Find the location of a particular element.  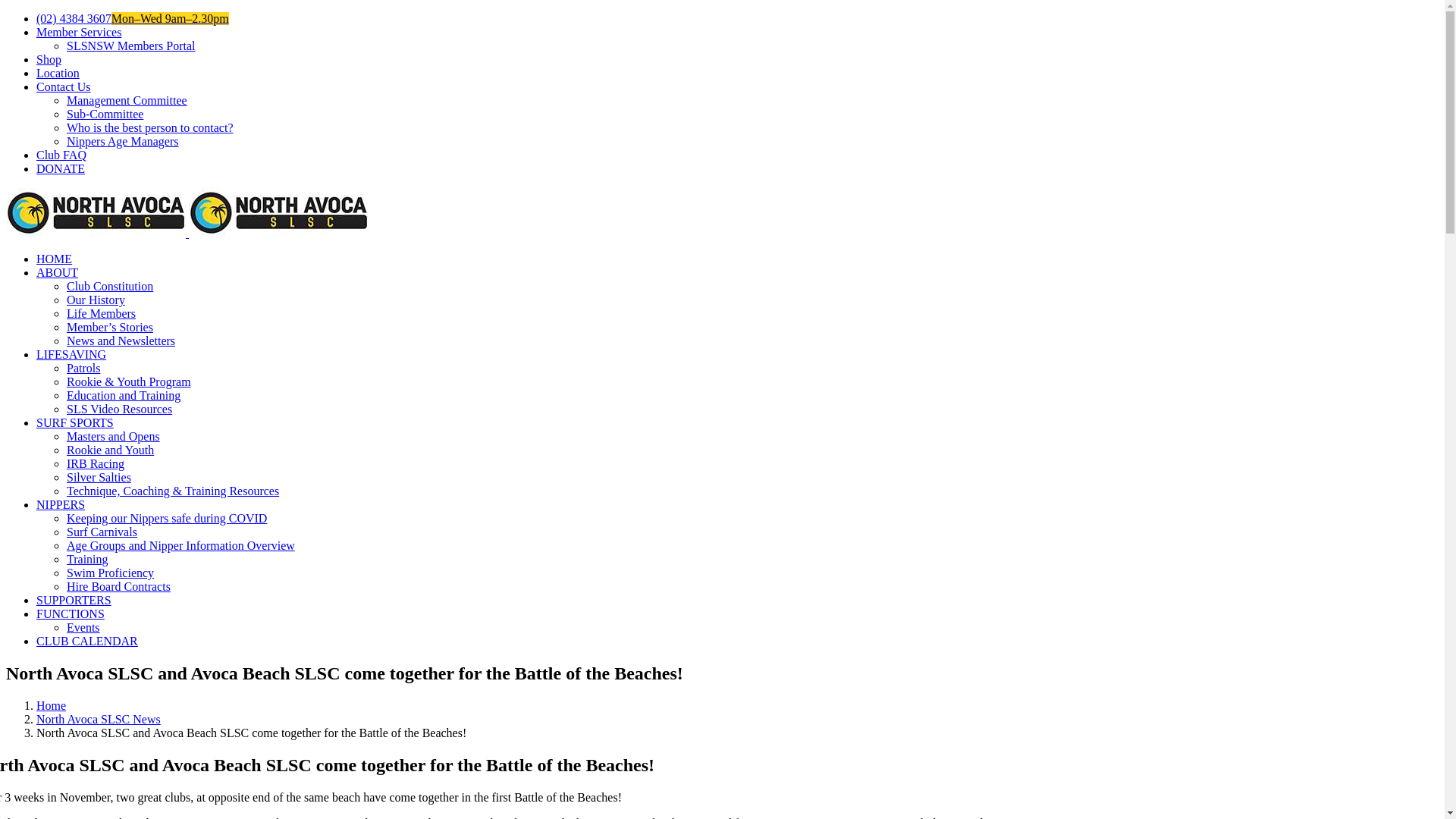

'SURF SPORTS' is located at coordinates (74, 422).